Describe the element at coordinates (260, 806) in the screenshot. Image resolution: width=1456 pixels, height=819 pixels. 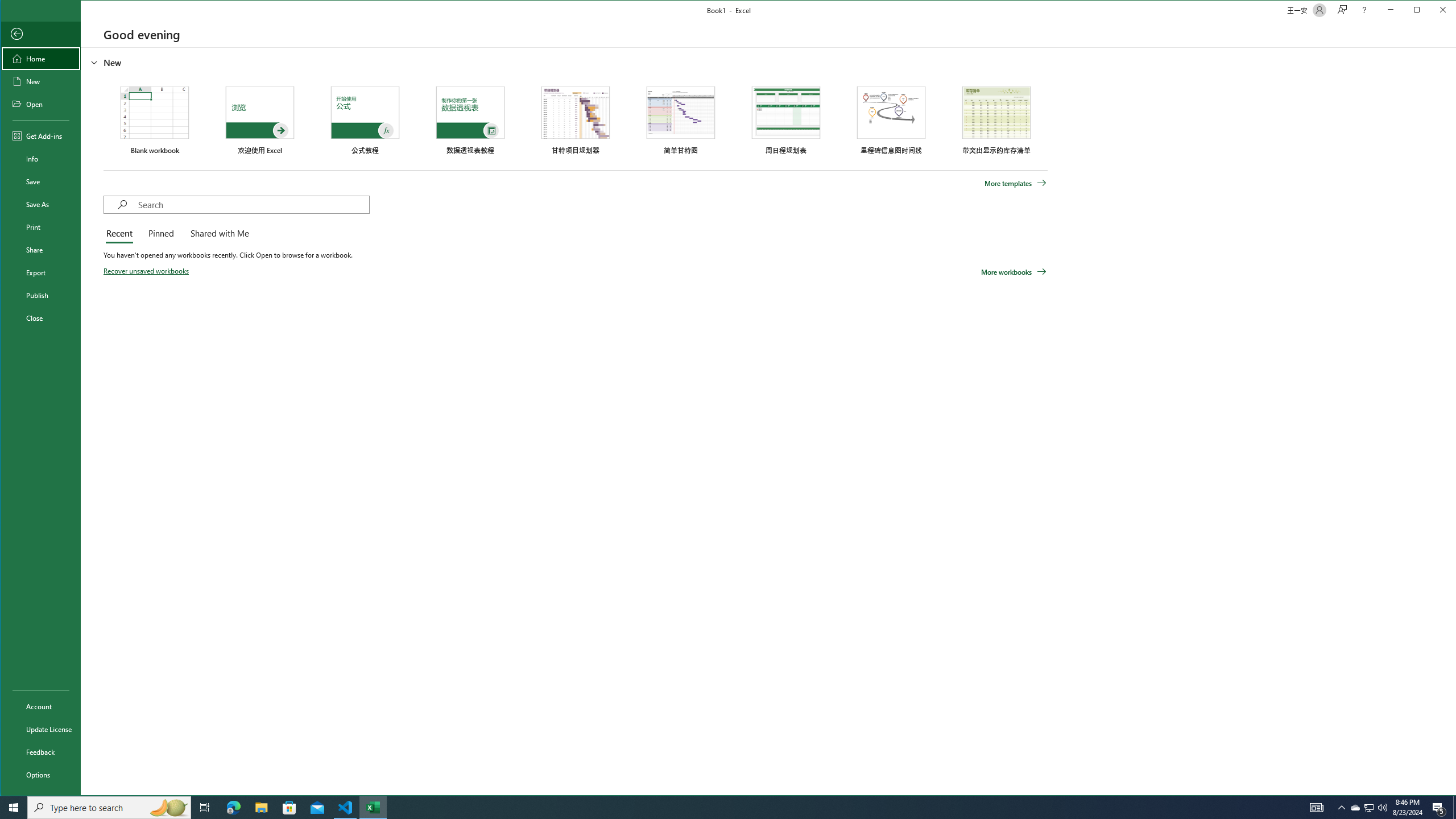
I see `'File Explorer'` at that location.